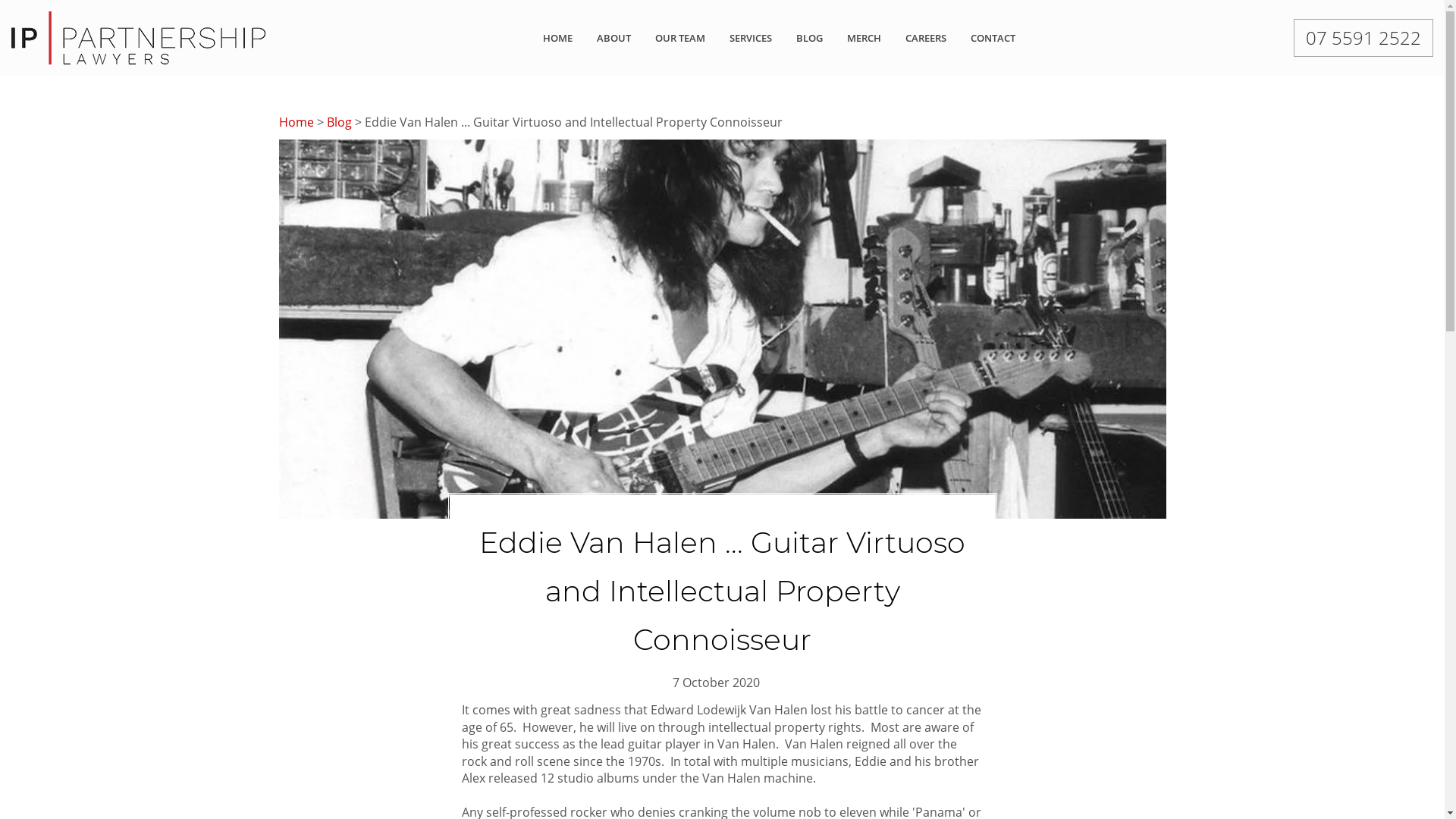  I want to click on 'MERCH', so click(864, 37).